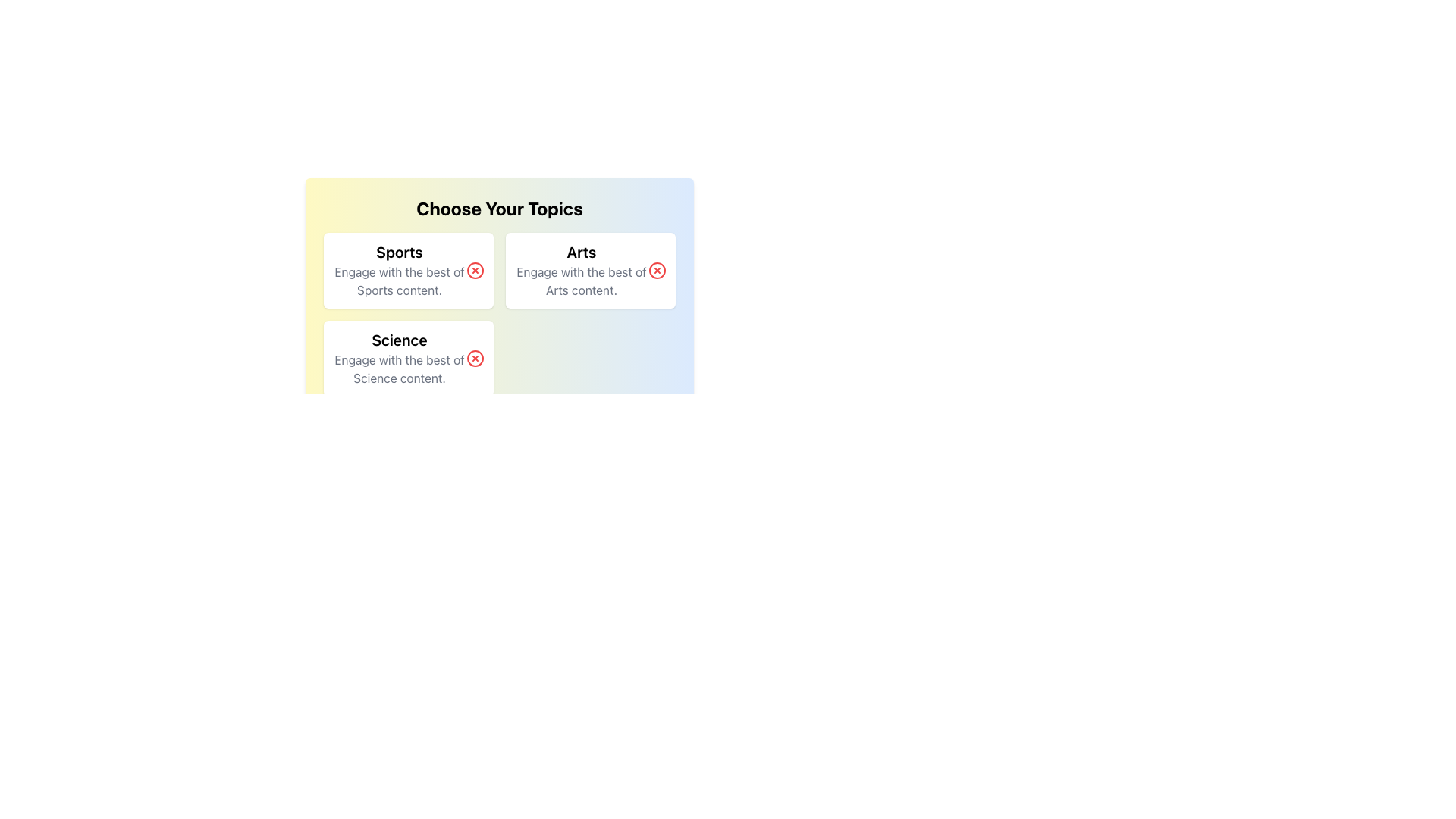  What do you see at coordinates (499, 208) in the screenshot?
I see `the bold text header labeled 'Choose Your Topics', which is prominently displayed at the top of the section, above the selection cards for 'Sports', 'Arts', and 'Science'` at bounding box center [499, 208].